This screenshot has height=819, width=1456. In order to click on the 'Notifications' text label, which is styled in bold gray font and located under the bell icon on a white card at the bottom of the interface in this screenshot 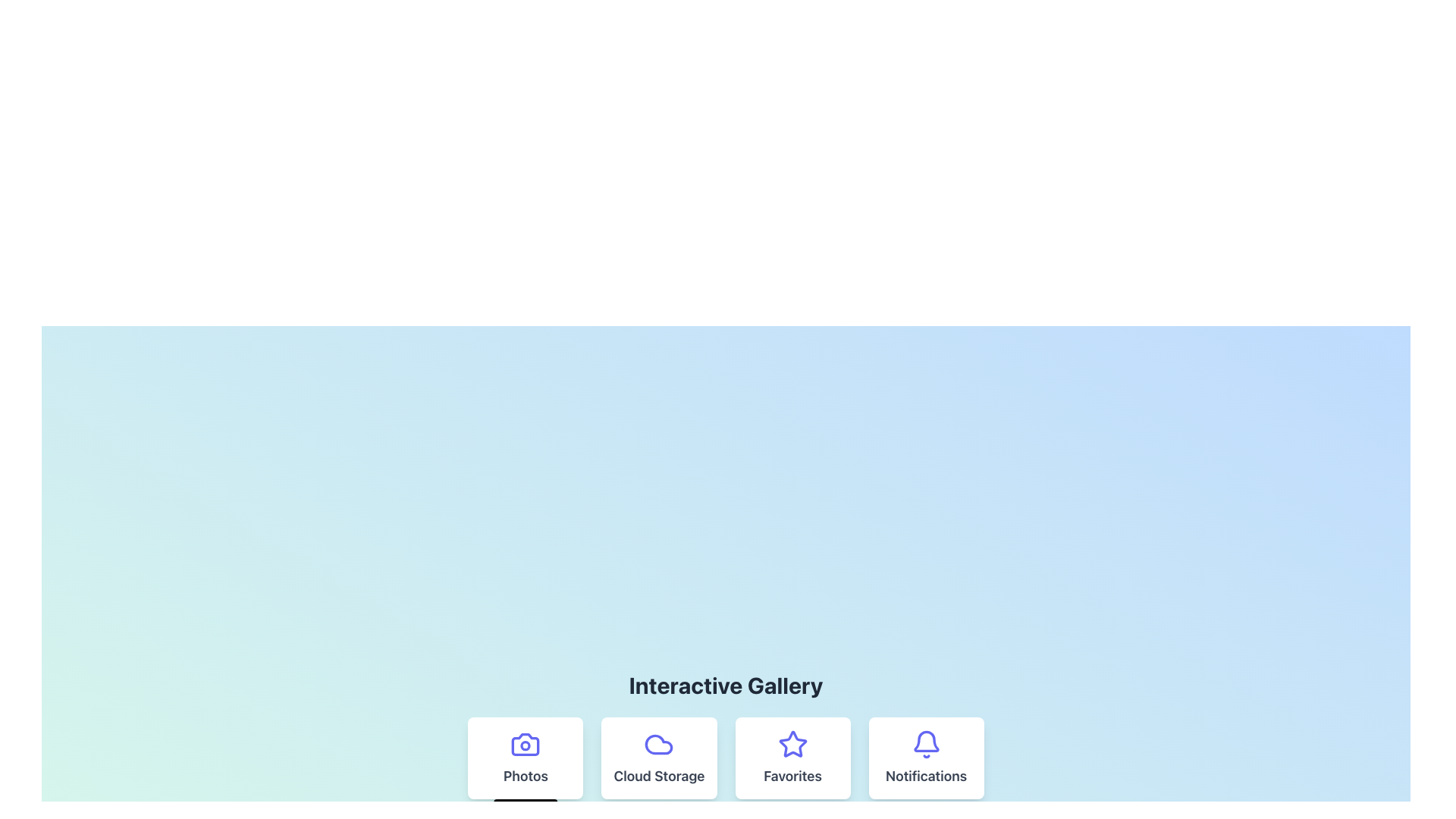, I will do `click(925, 776)`.